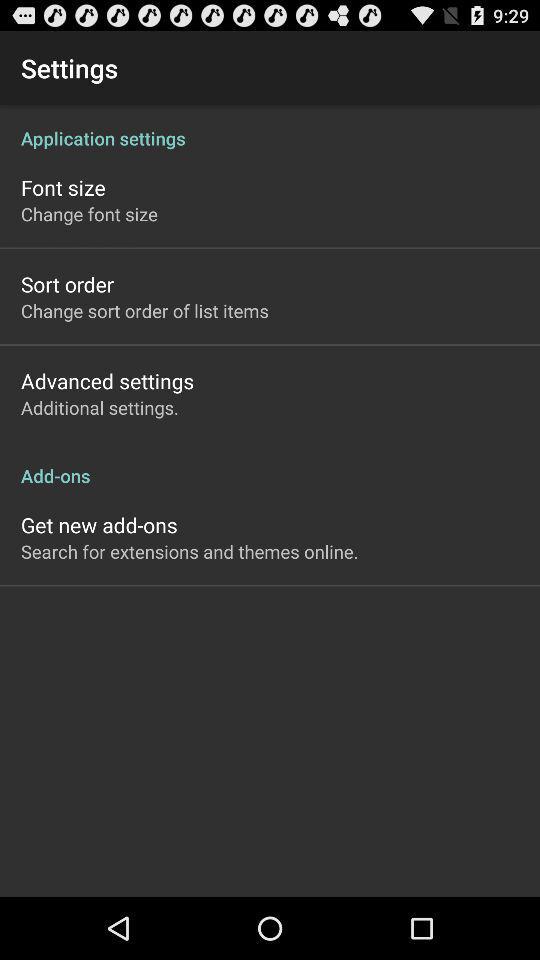 The height and width of the screenshot is (960, 540). Describe the element at coordinates (270, 126) in the screenshot. I see `the application settings at the top` at that location.